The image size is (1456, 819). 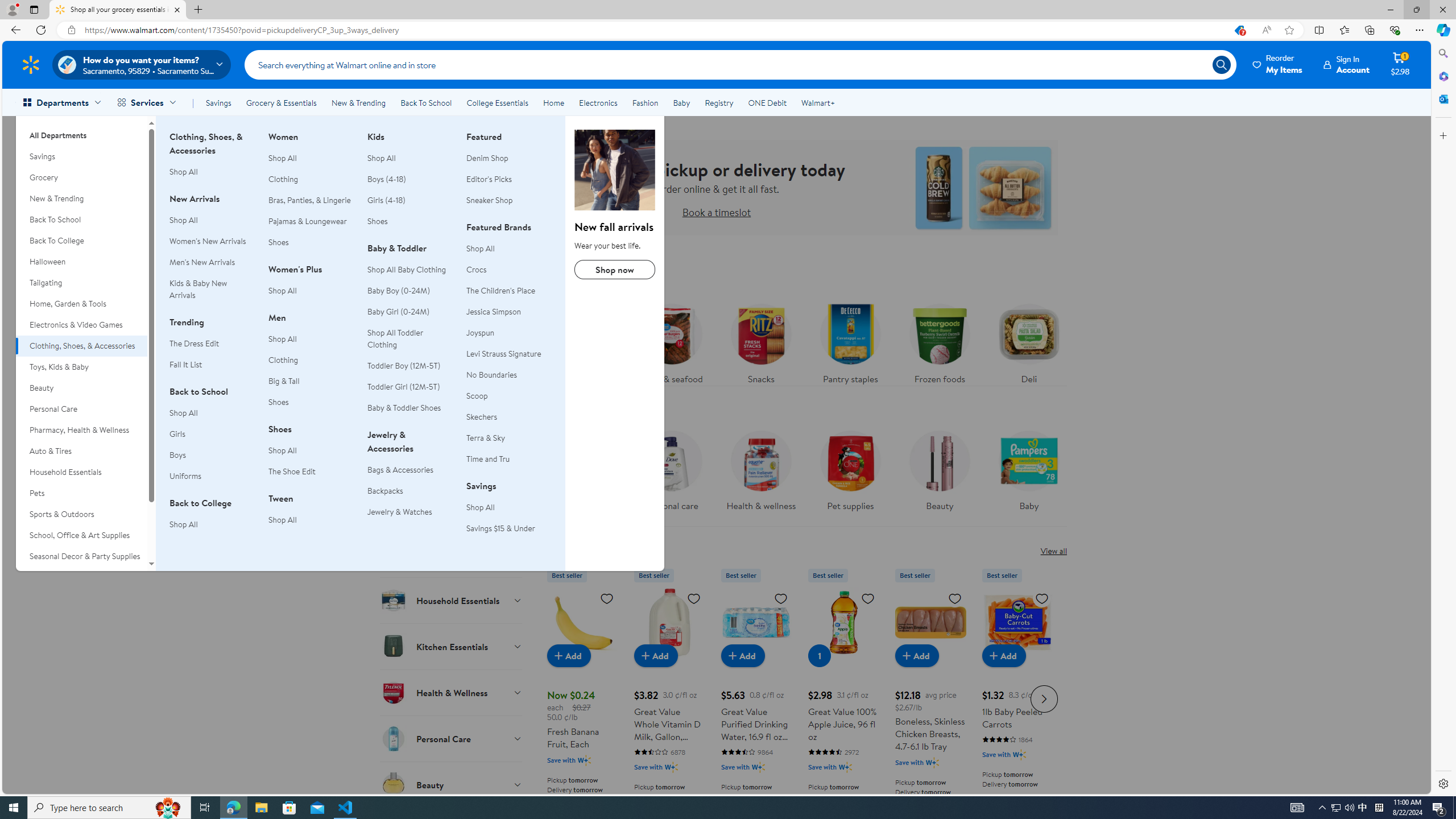 What do you see at coordinates (508, 290) in the screenshot?
I see `'The Children'` at bounding box center [508, 290].